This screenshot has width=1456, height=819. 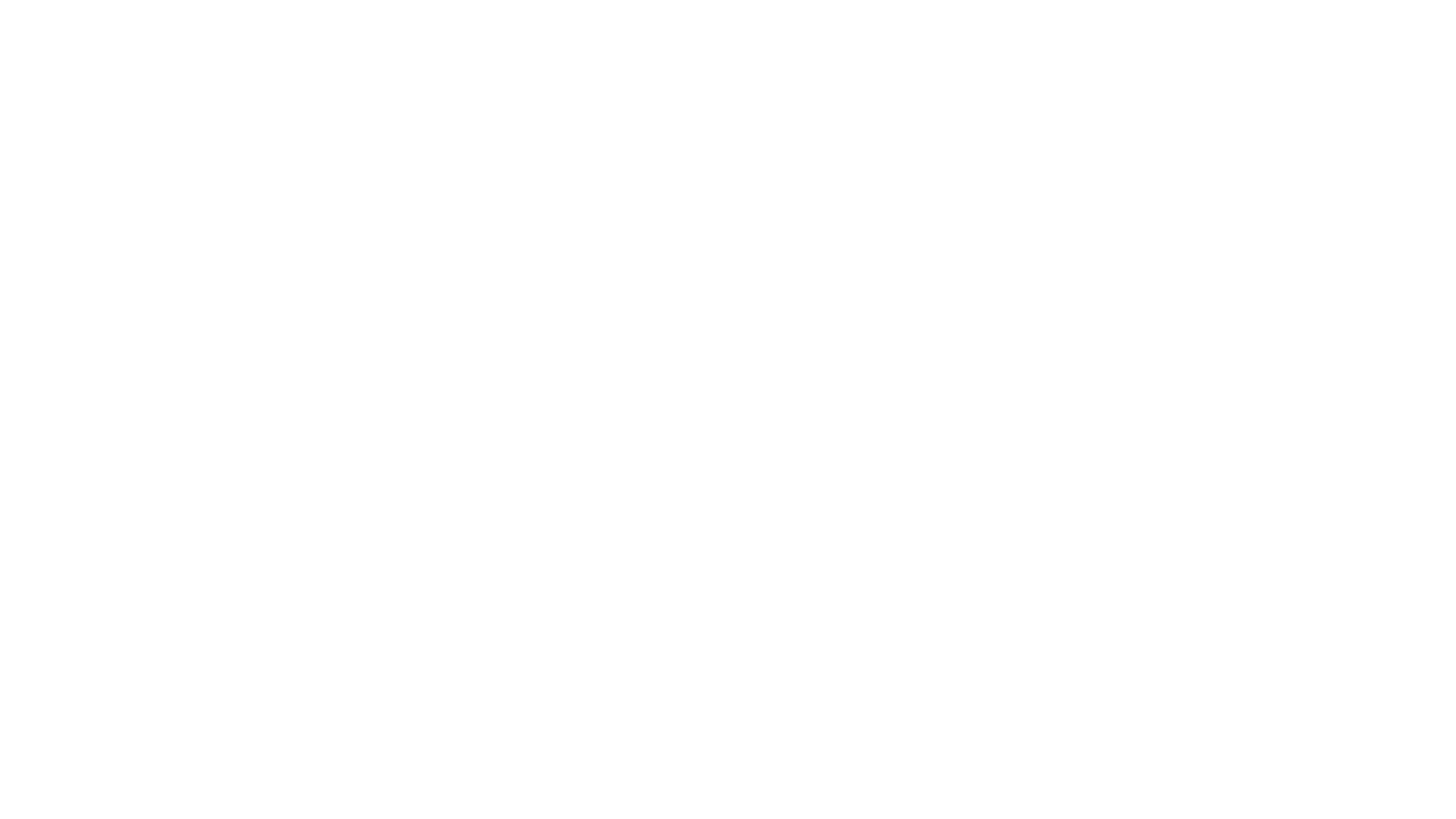 I want to click on Show previous month, so click(x=804, y=166).